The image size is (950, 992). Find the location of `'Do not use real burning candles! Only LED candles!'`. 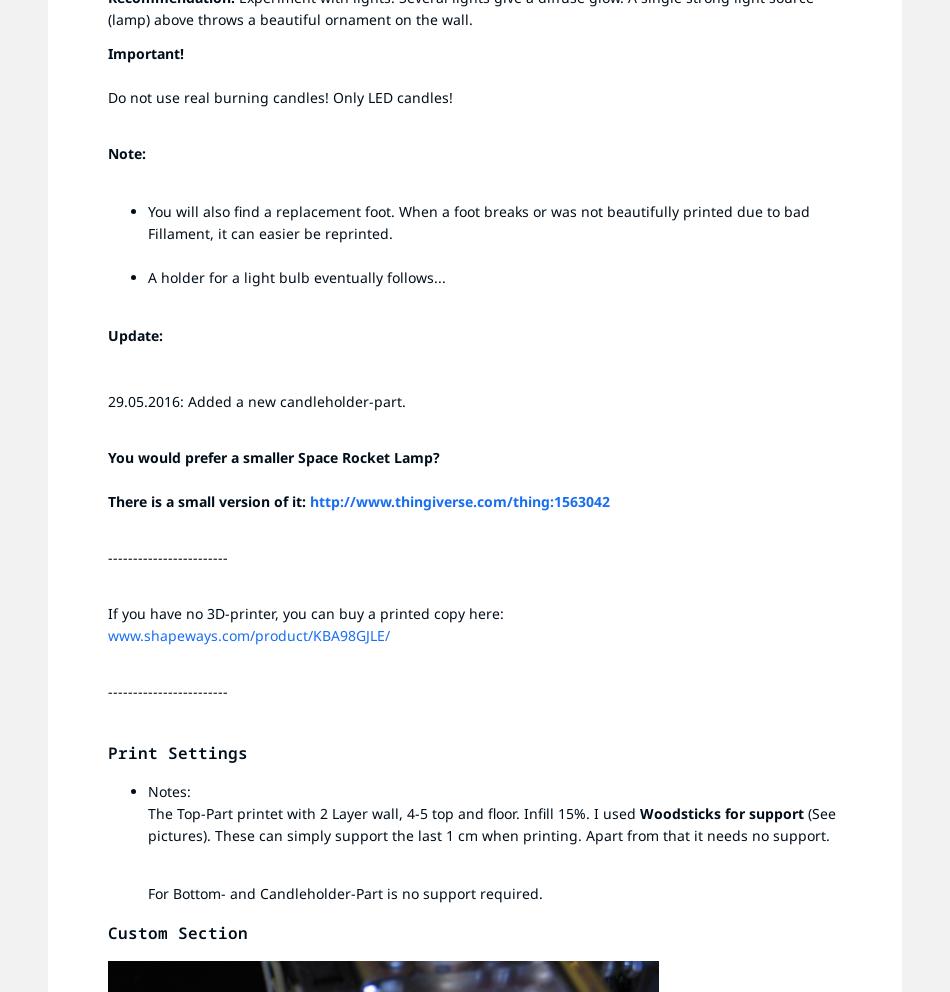

'Do not use real burning candles! Only LED candles!' is located at coordinates (279, 96).